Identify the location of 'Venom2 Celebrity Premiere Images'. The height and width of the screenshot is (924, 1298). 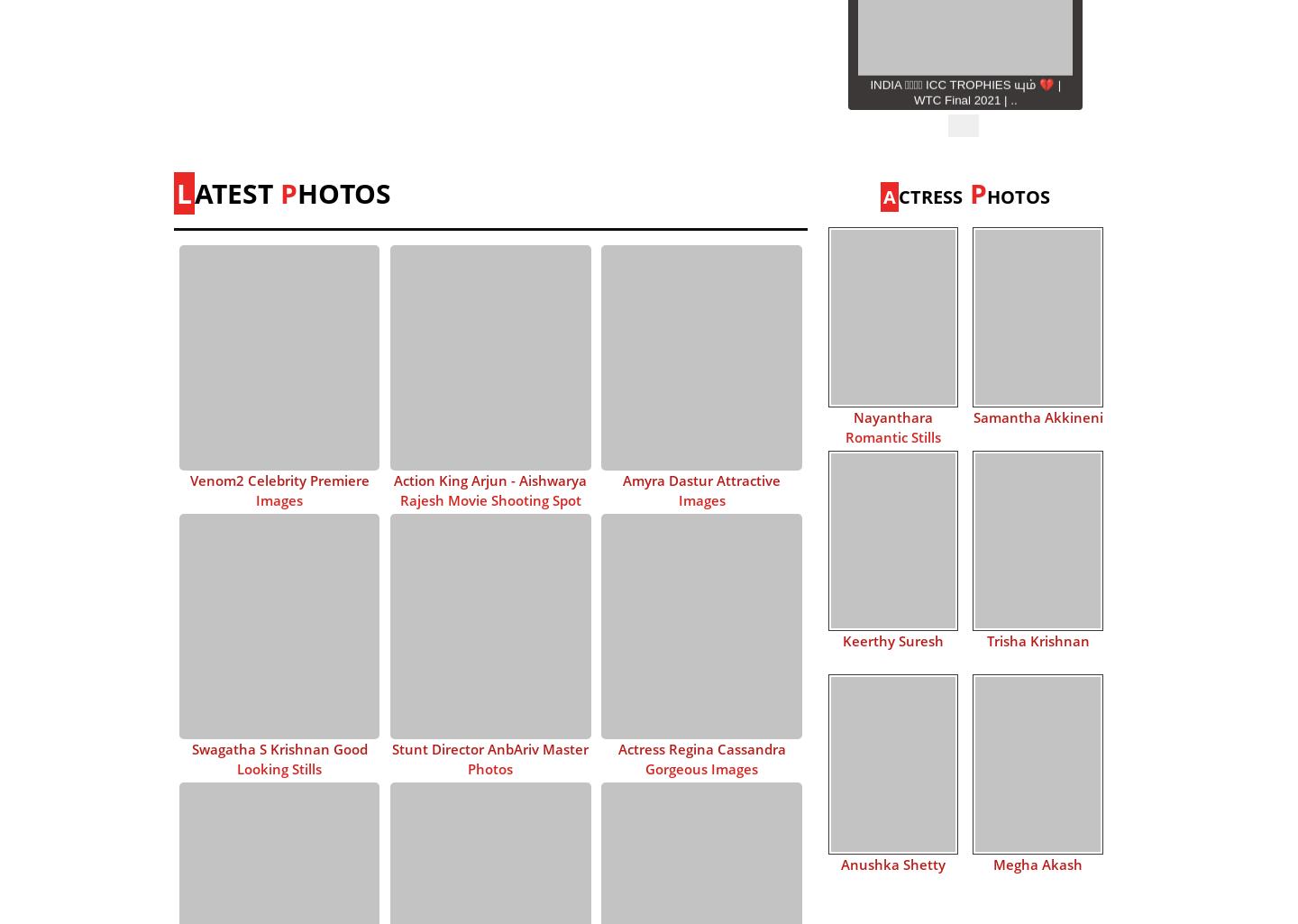
(188, 489).